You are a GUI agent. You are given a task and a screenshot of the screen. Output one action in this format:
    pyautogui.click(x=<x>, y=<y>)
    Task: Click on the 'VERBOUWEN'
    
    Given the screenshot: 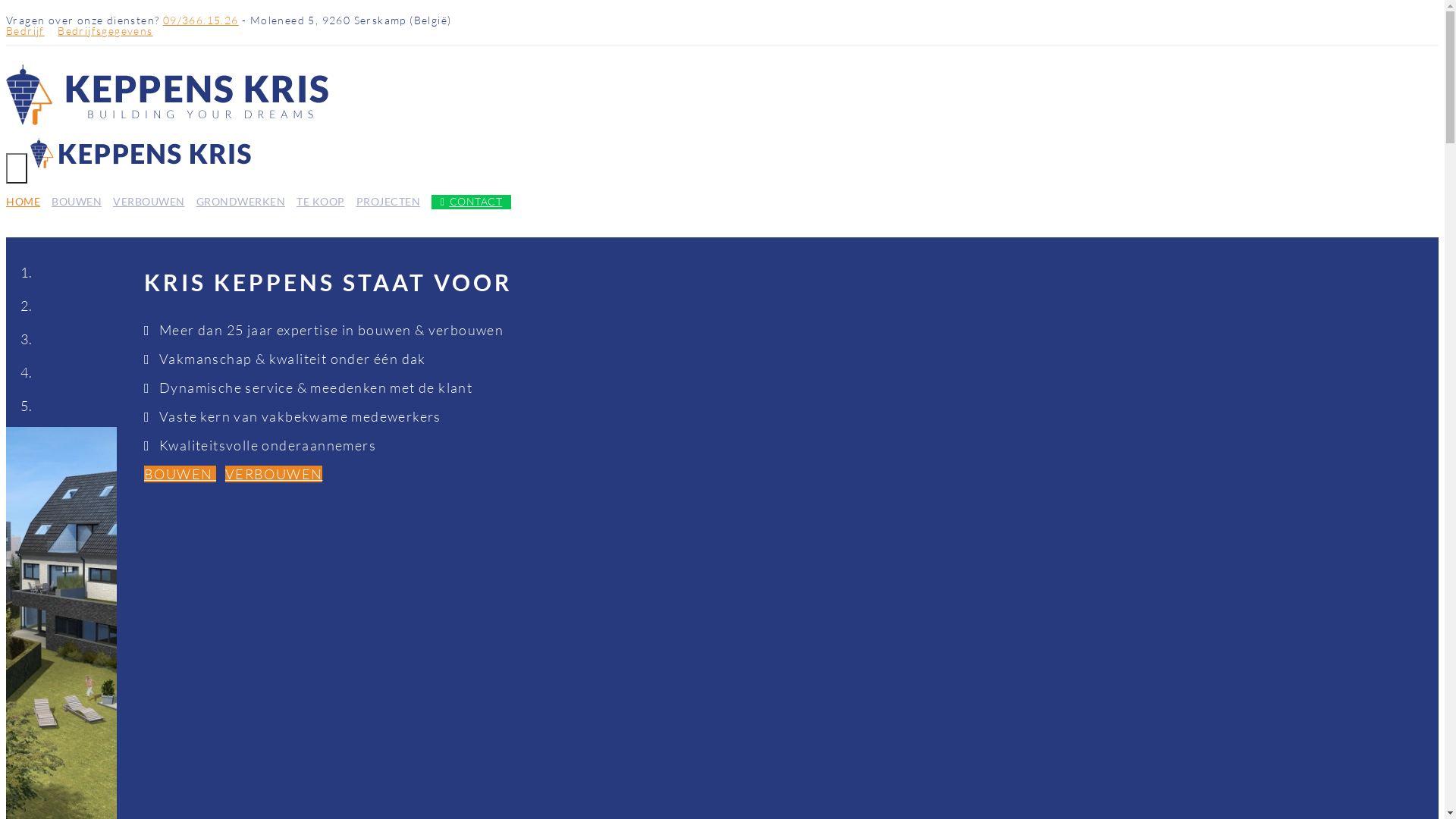 What is the action you would take?
    pyautogui.click(x=224, y=472)
    